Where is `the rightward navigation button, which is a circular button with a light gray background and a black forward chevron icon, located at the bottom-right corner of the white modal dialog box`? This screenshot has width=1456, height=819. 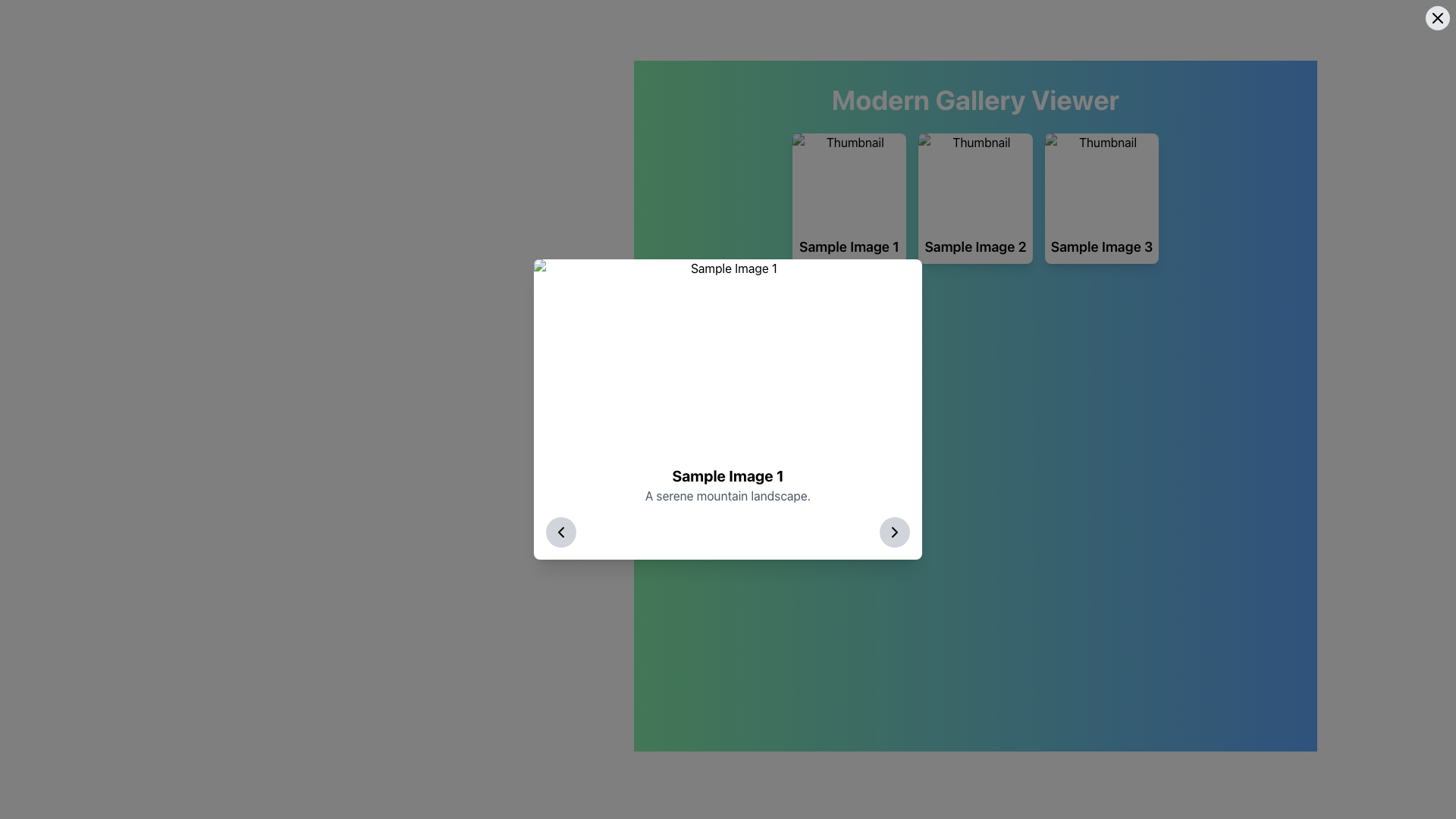 the rightward navigation button, which is a circular button with a light gray background and a black forward chevron icon, located at the bottom-right corner of the white modal dialog box is located at coordinates (895, 532).